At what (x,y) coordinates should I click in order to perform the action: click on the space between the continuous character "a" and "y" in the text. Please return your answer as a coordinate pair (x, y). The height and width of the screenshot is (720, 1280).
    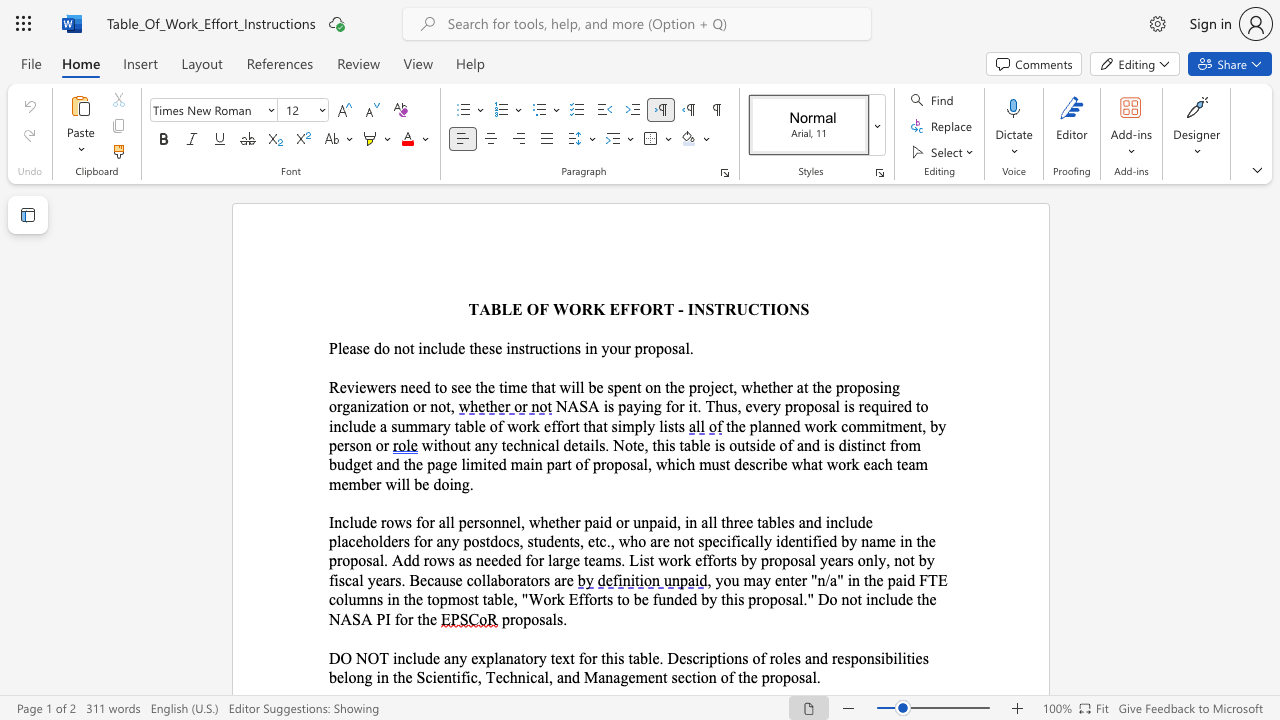
    Looking at the image, I should click on (762, 580).